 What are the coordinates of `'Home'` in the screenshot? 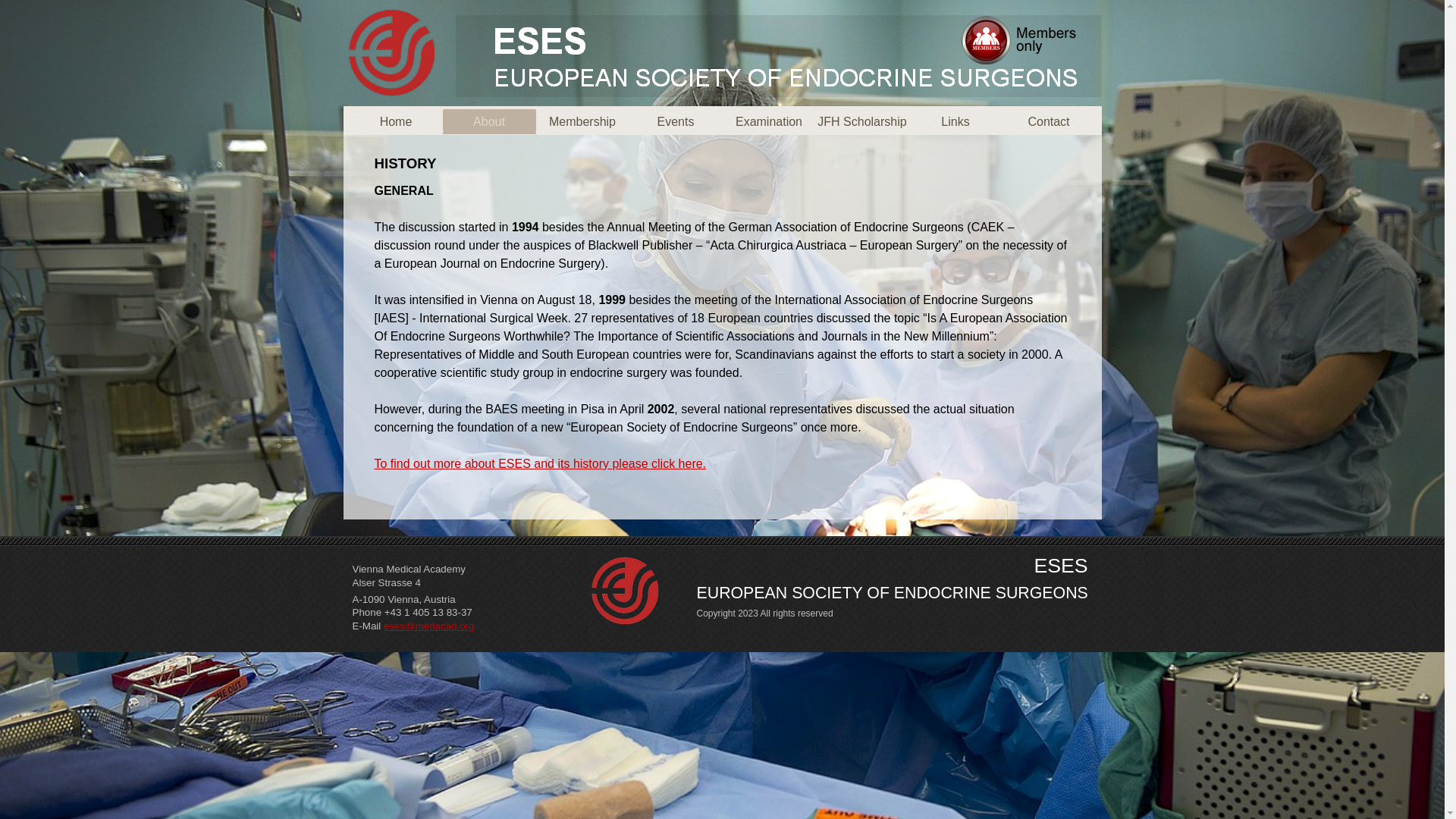 It's located at (395, 121).